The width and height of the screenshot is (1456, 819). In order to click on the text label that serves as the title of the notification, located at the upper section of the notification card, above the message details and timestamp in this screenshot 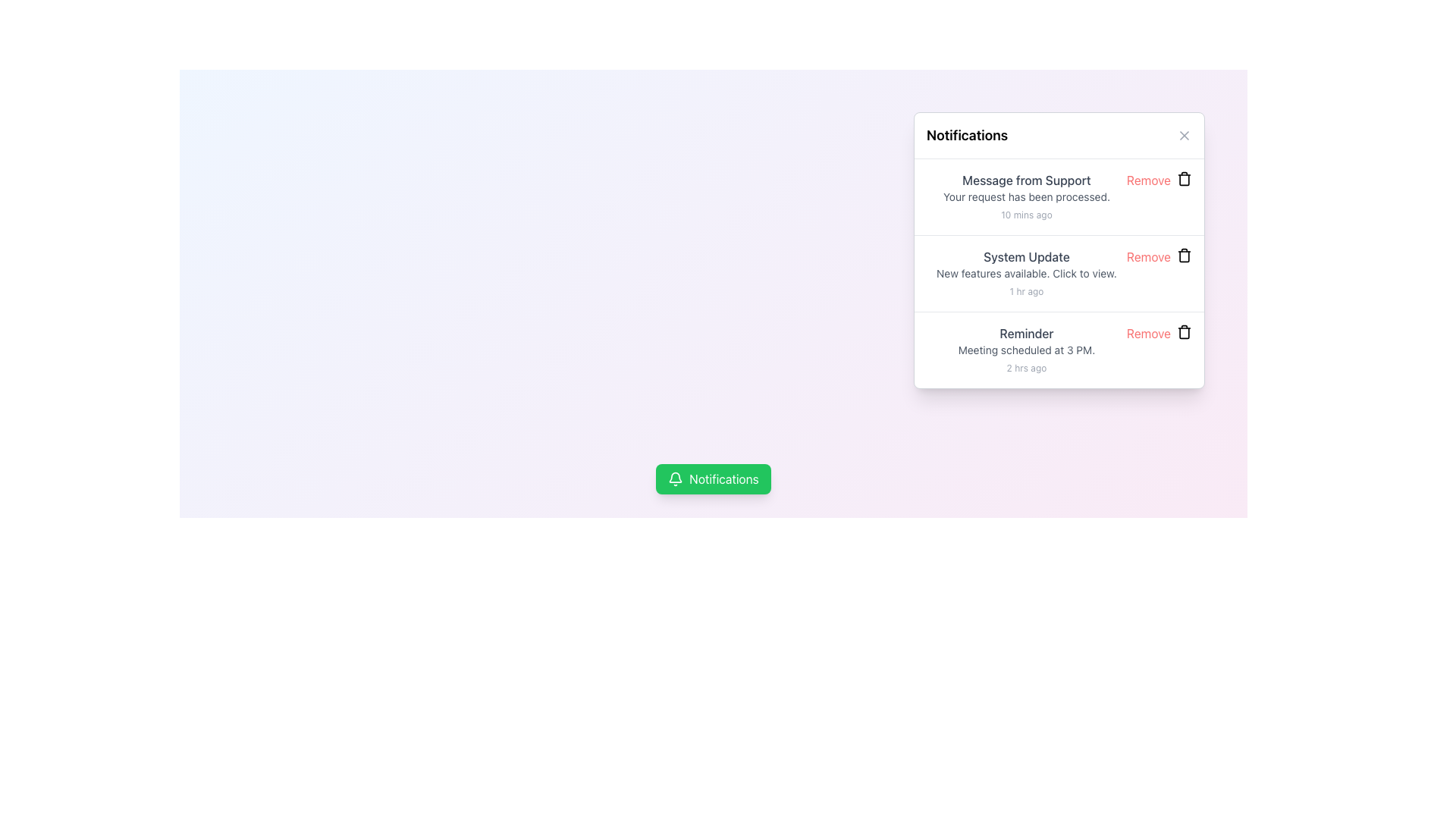, I will do `click(1026, 180)`.